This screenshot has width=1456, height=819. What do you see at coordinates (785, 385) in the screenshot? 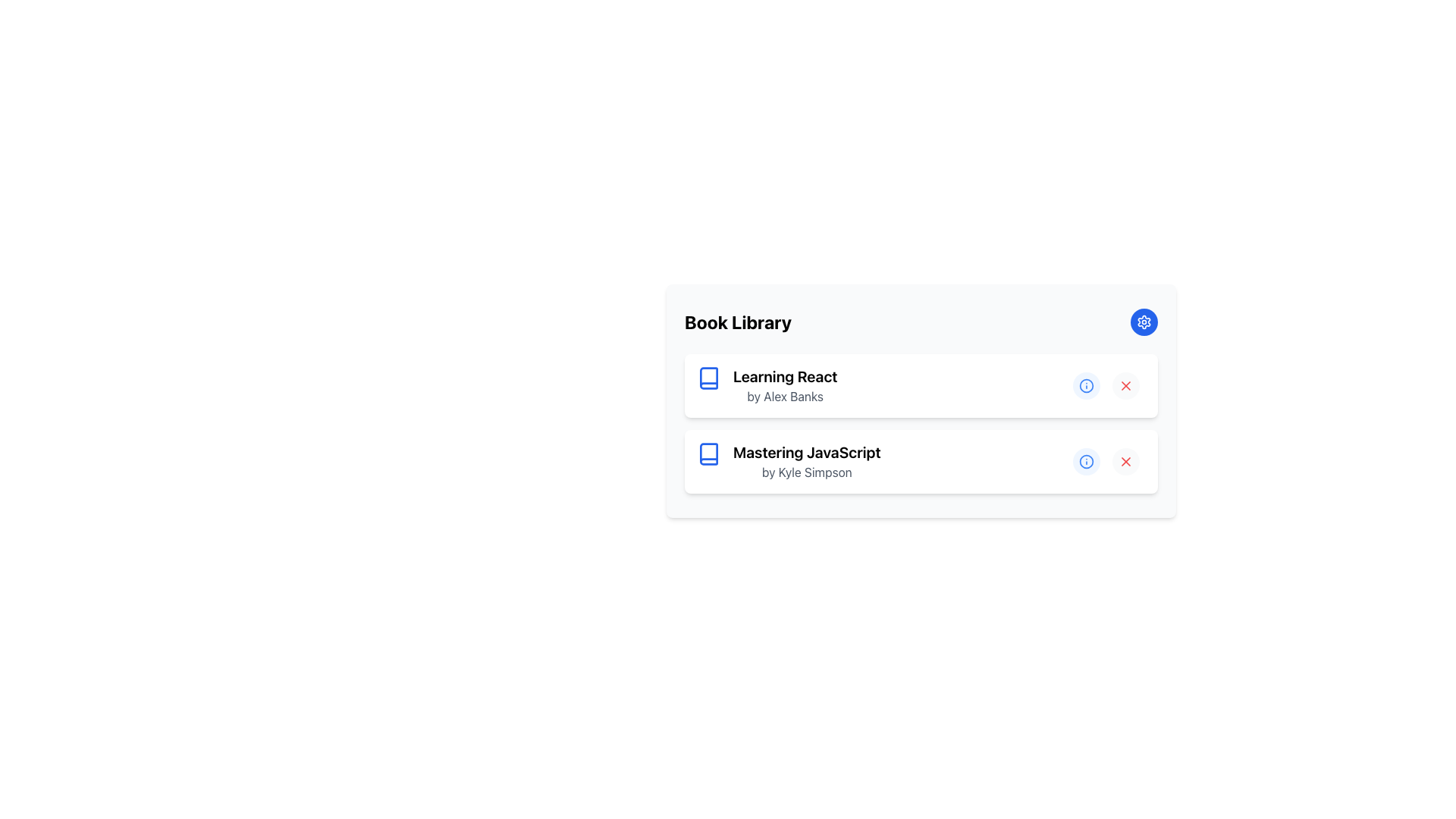
I see `text content of the Text Display that shows 'Learning React' and 'by Alex Banks' located in the top-left quadrant of the interface` at bounding box center [785, 385].